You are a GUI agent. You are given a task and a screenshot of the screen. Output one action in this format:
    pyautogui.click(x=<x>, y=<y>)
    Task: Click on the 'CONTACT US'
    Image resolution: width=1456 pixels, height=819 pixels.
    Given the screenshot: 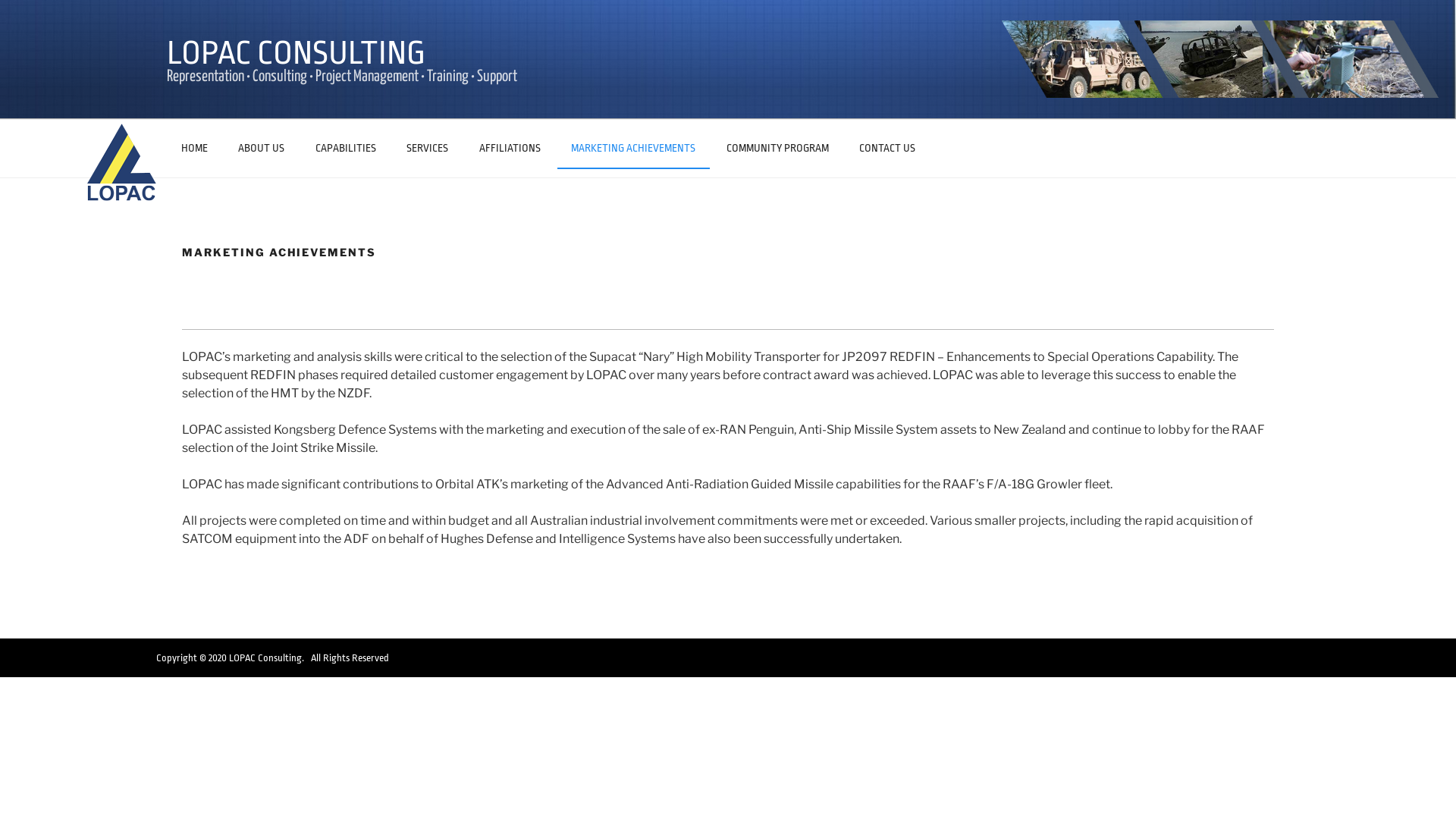 What is the action you would take?
    pyautogui.click(x=843, y=147)
    